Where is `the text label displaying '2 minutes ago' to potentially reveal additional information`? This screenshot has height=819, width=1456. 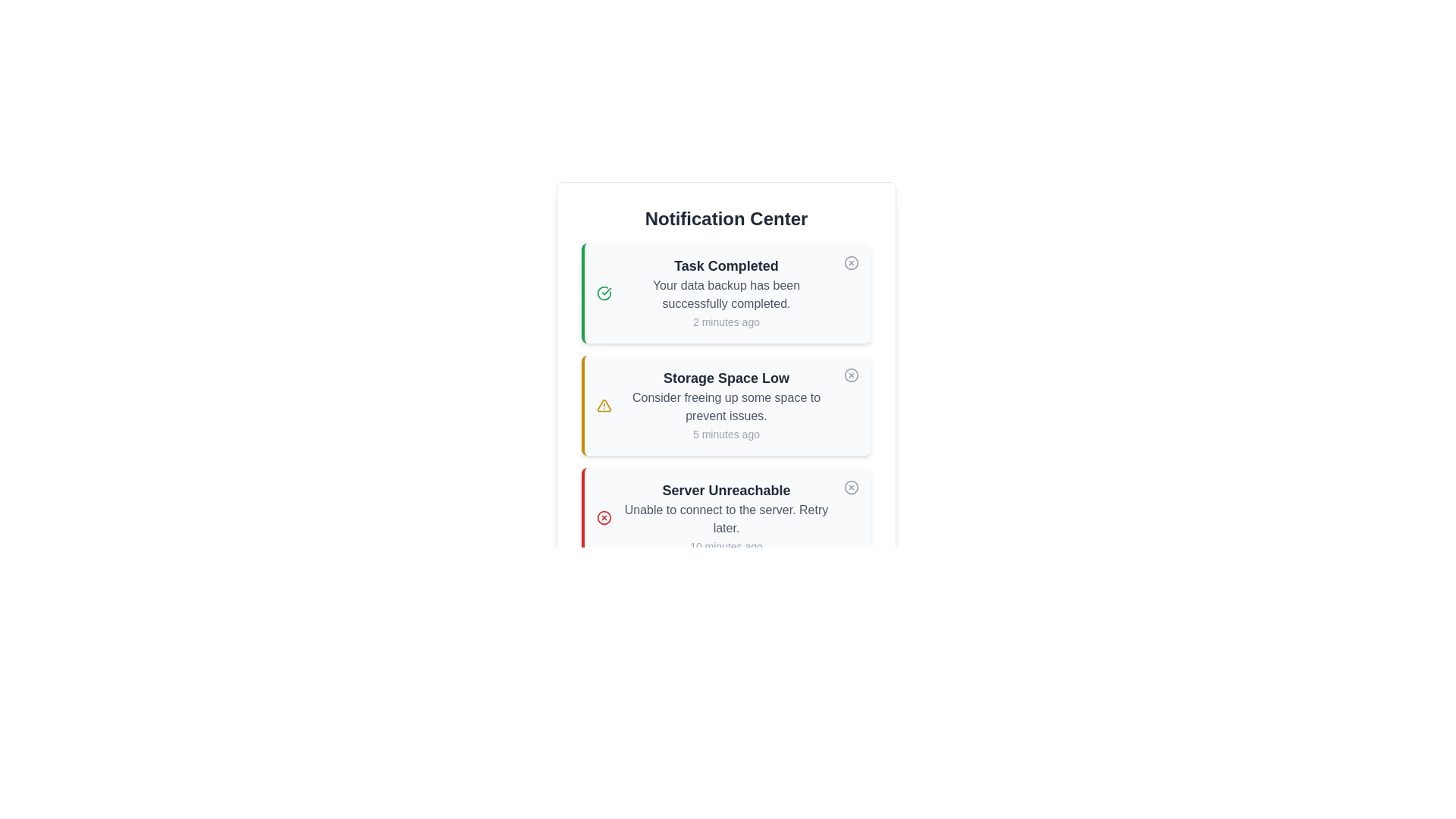
the text label displaying '2 minutes ago' to potentially reveal additional information is located at coordinates (726, 321).